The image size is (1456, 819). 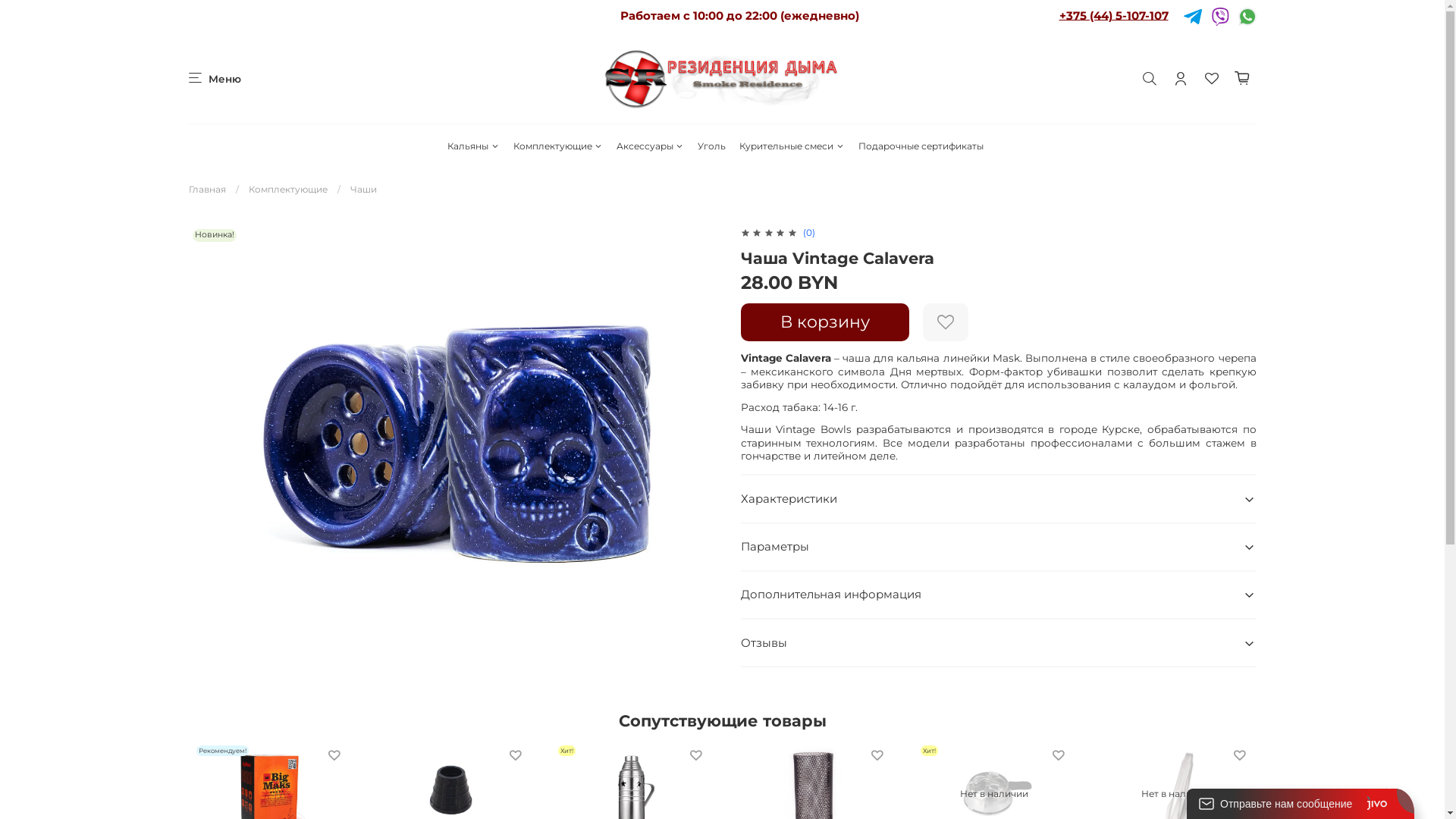 What do you see at coordinates (1113, 14) in the screenshot?
I see `'+375 (44) 5-107-107'` at bounding box center [1113, 14].